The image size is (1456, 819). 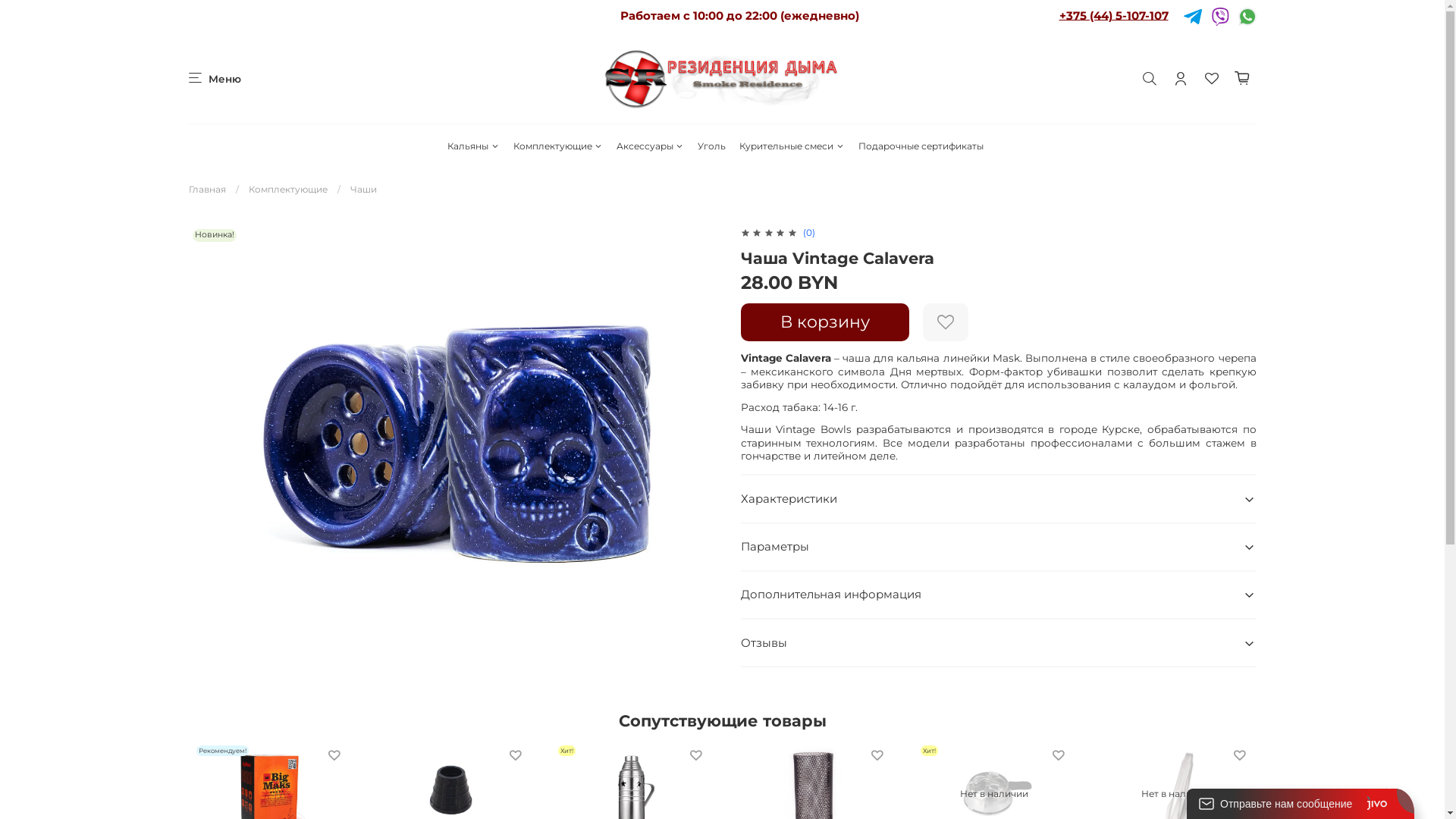 What do you see at coordinates (1113, 14) in the screenshot?
I see `'+375 (44) 5-107-107'` at bounding box center [1113, 14].